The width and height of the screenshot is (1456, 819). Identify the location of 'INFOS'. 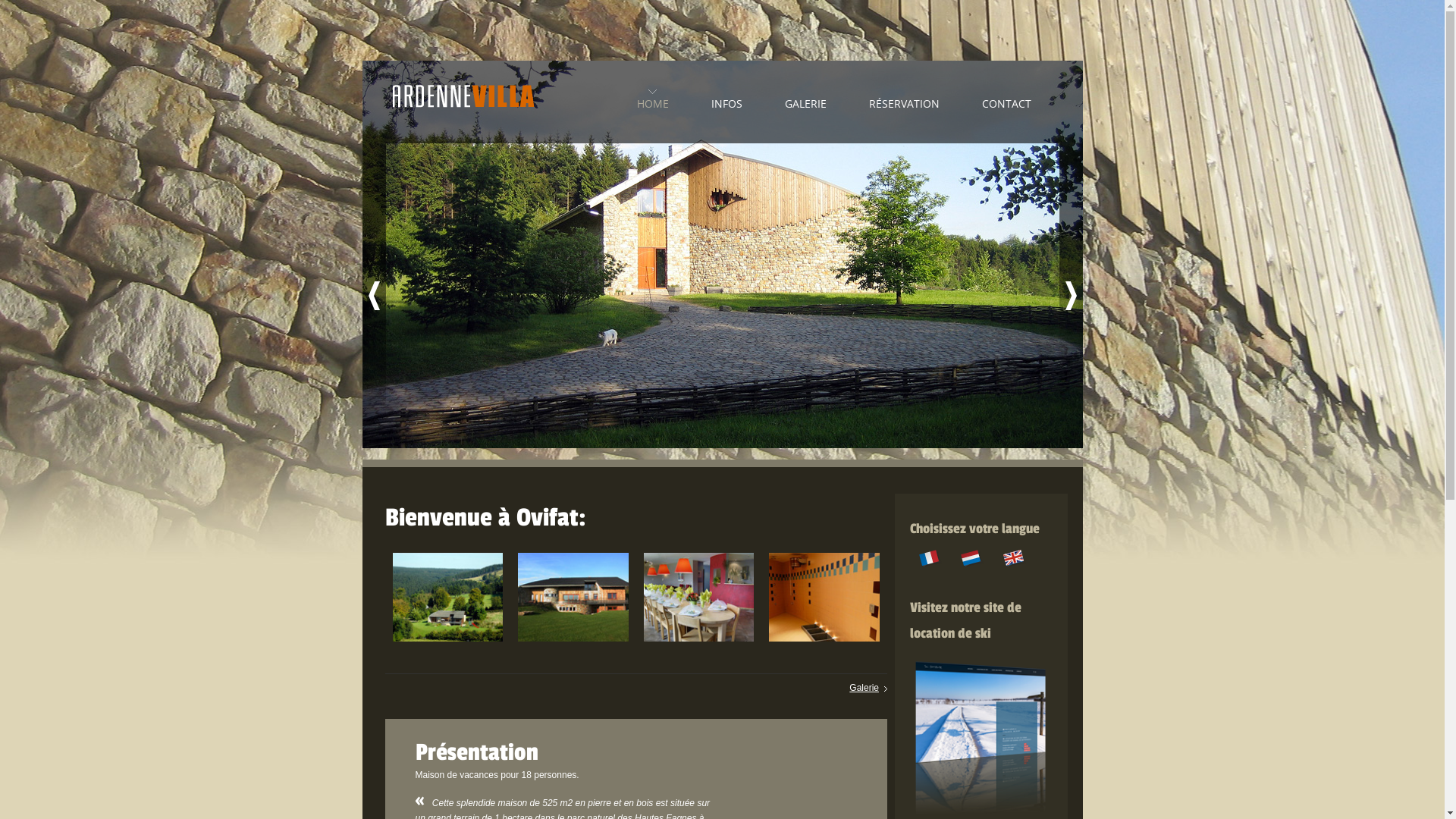
(726, 99).